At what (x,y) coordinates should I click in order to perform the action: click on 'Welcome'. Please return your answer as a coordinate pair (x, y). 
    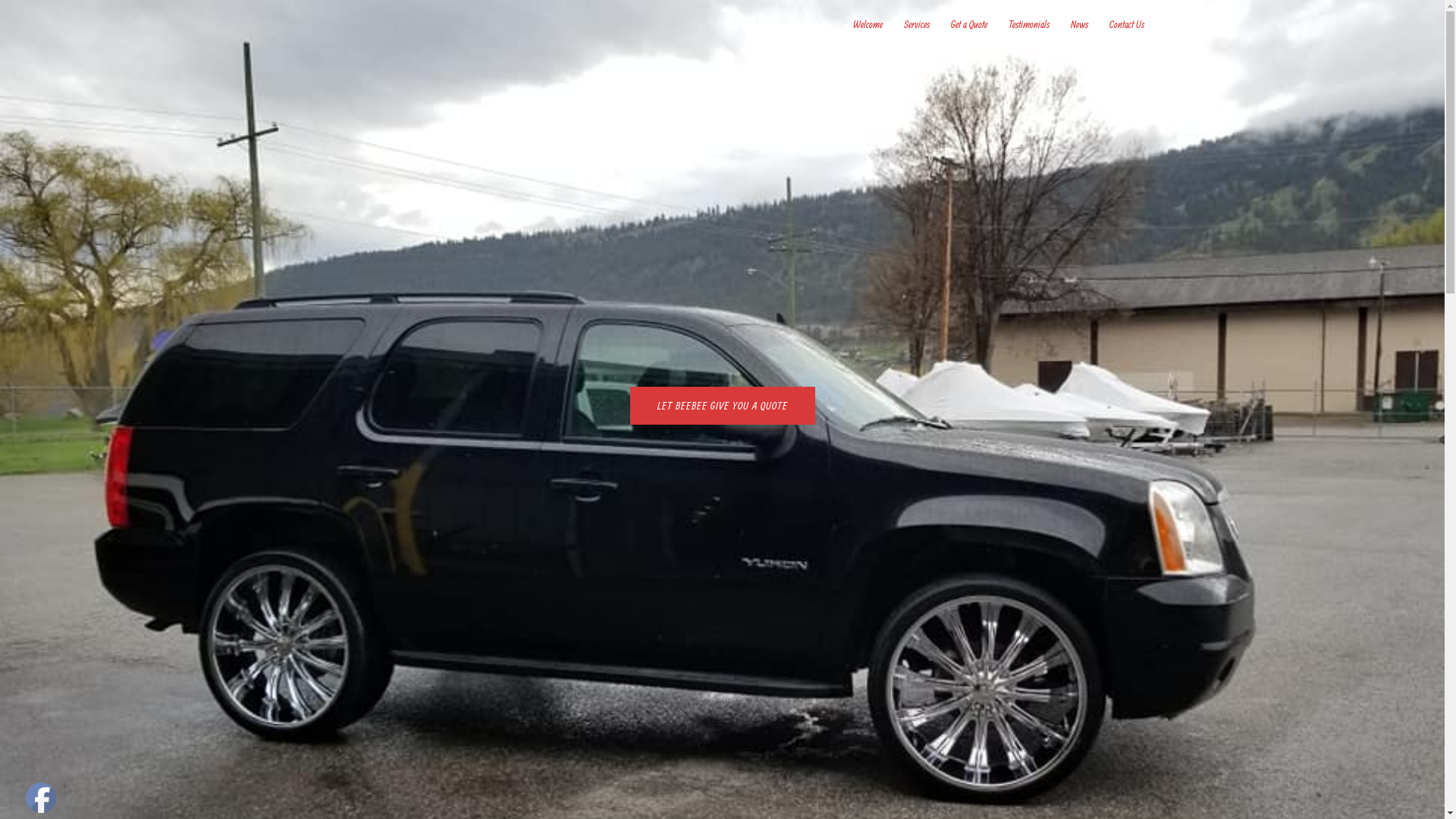
    Looking at the image, I should click on (852, 25).